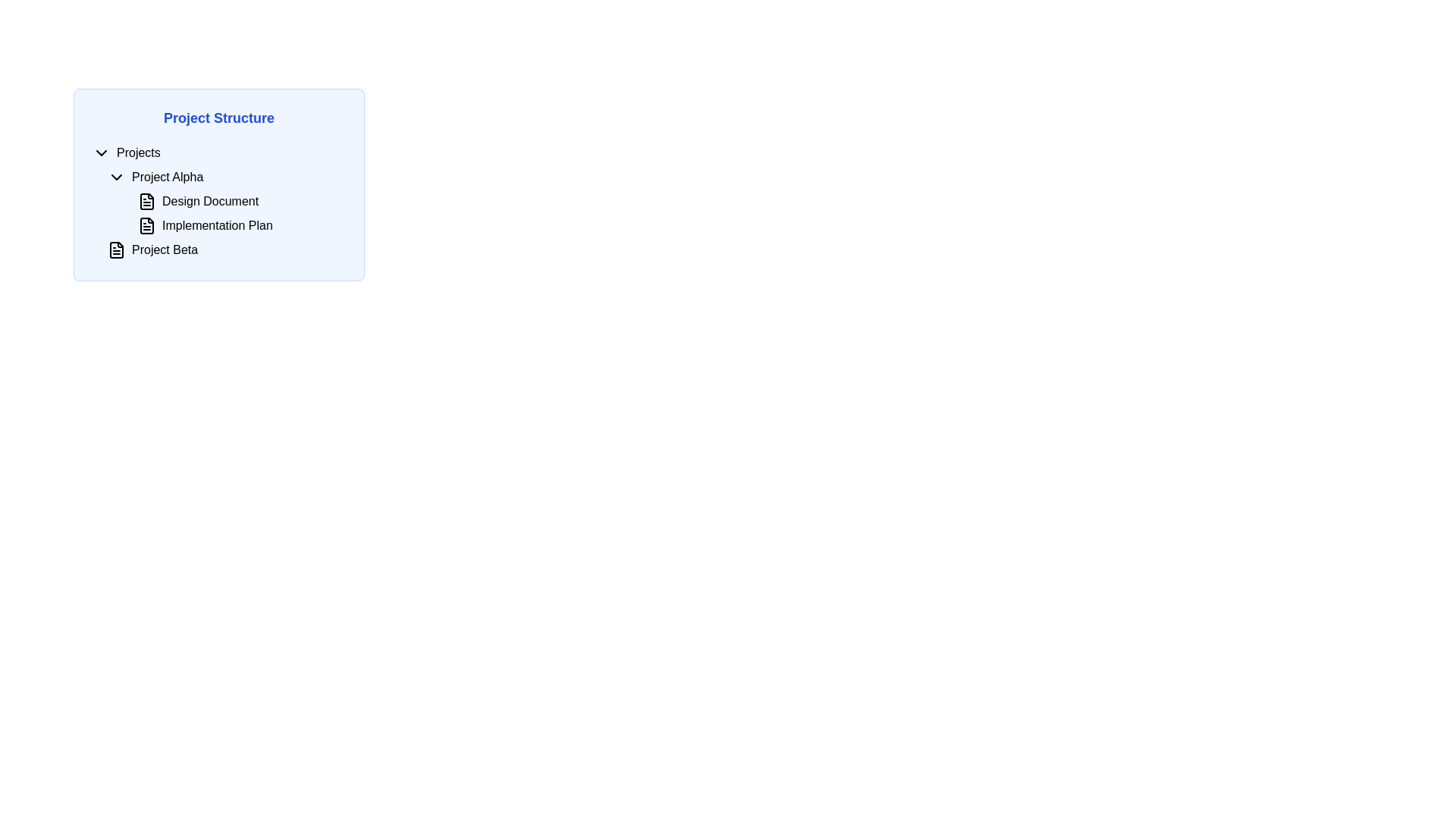 This screenshot has height=819, width=1456. Describe the element at coordinates (218, 117) in the screenshot. I see `the Text Label (Header) which serves as a title for the section, located at the top inside a blue background box with rounded corners` at that location.